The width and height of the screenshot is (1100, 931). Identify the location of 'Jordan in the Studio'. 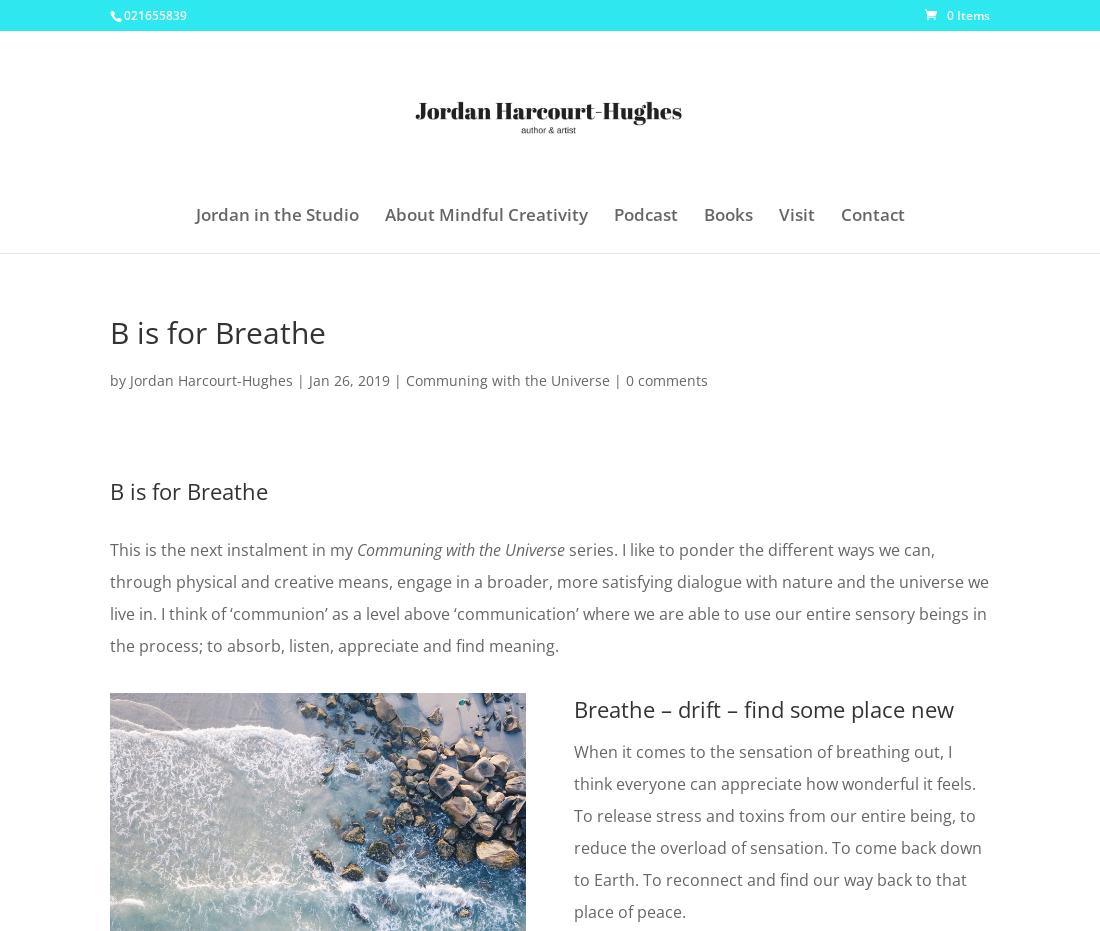
(275, 214).